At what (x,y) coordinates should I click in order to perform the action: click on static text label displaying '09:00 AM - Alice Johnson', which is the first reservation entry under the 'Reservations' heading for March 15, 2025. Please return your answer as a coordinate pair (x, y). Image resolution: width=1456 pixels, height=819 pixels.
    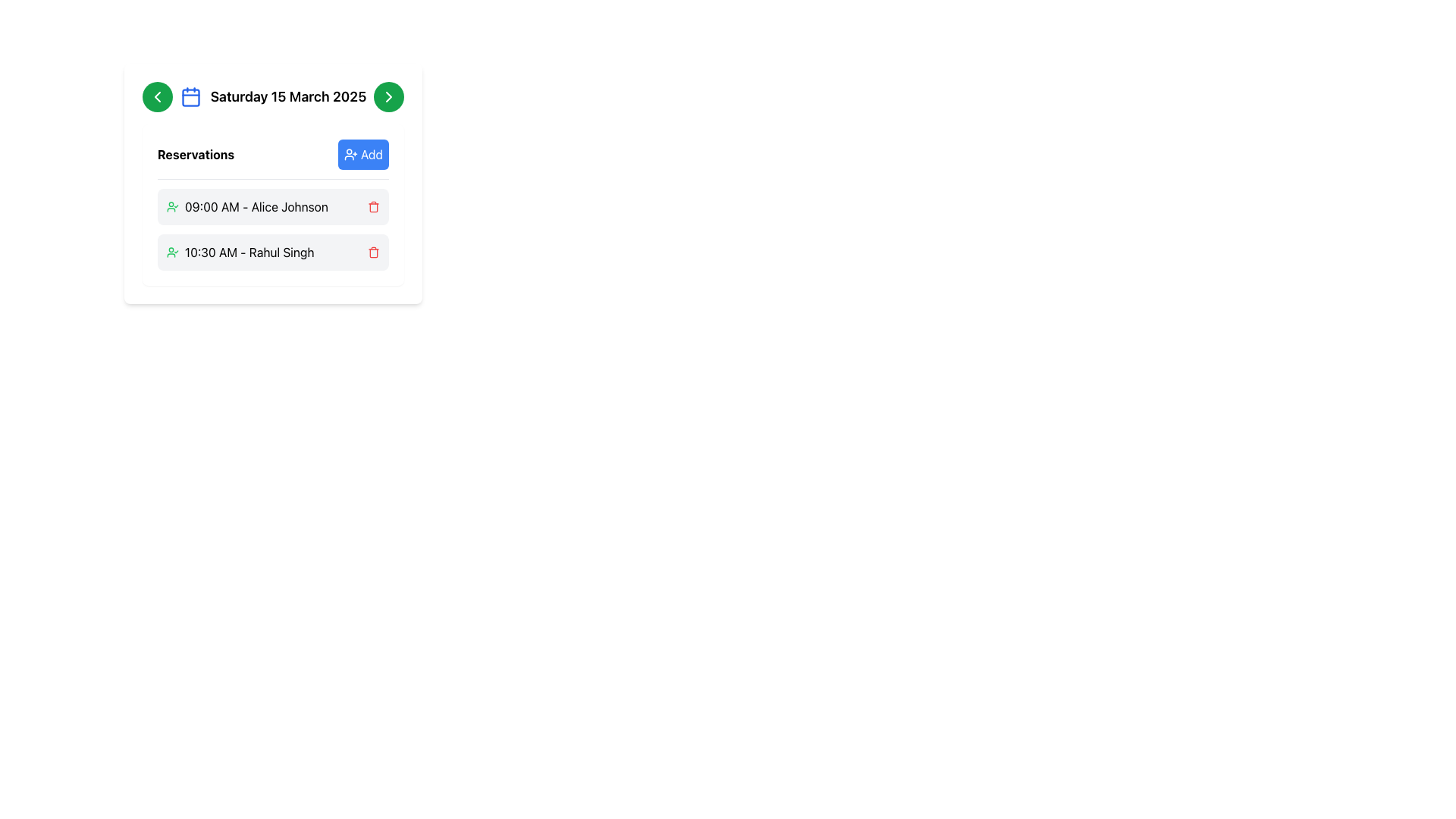
    Looking at the image, I should click on (256, 207).